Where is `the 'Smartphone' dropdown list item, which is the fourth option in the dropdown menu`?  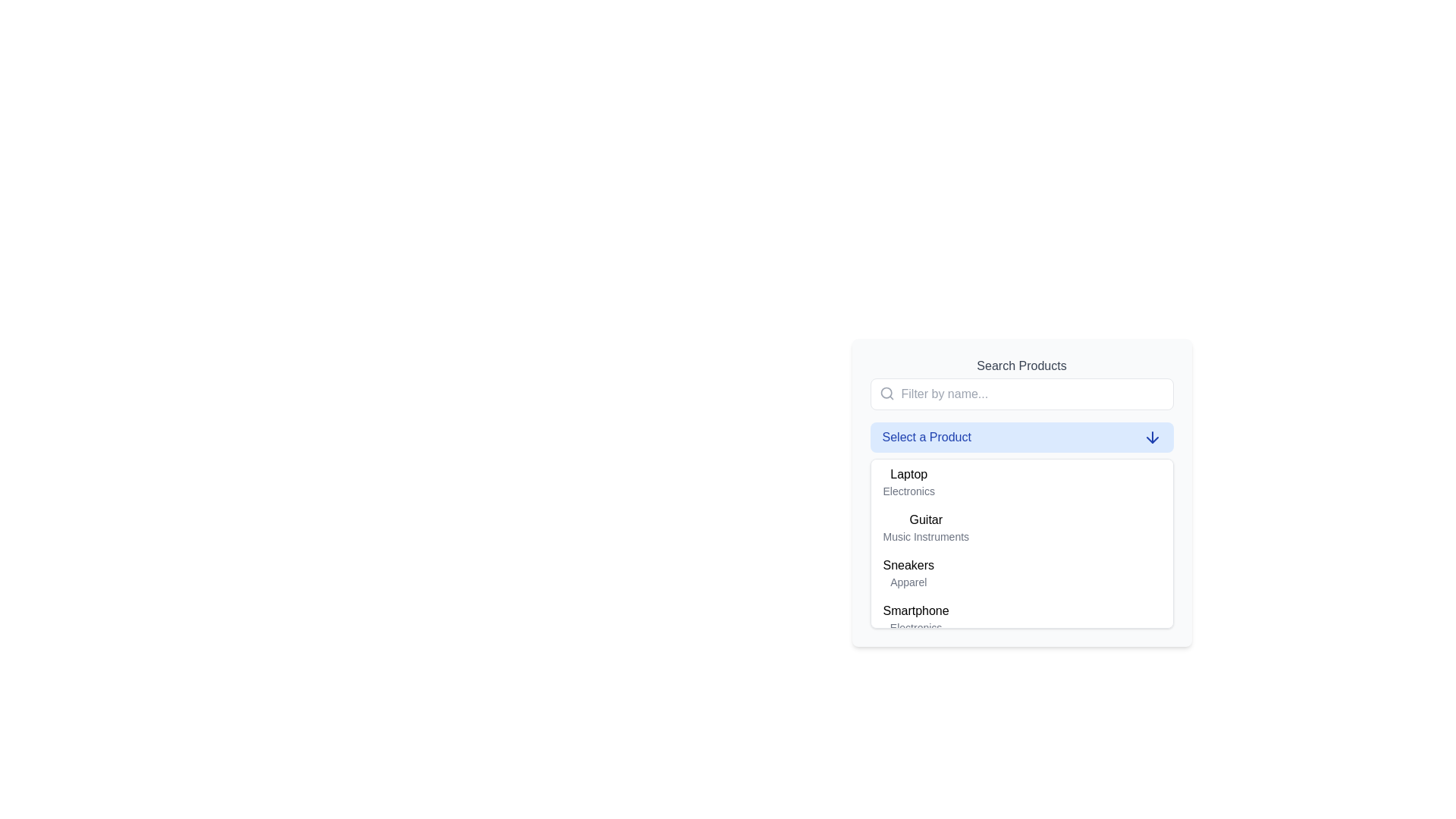
the 'Smartphone' dropdown list item, which is the fourth option in the dropdown menu is located at coordinates (915, 619).